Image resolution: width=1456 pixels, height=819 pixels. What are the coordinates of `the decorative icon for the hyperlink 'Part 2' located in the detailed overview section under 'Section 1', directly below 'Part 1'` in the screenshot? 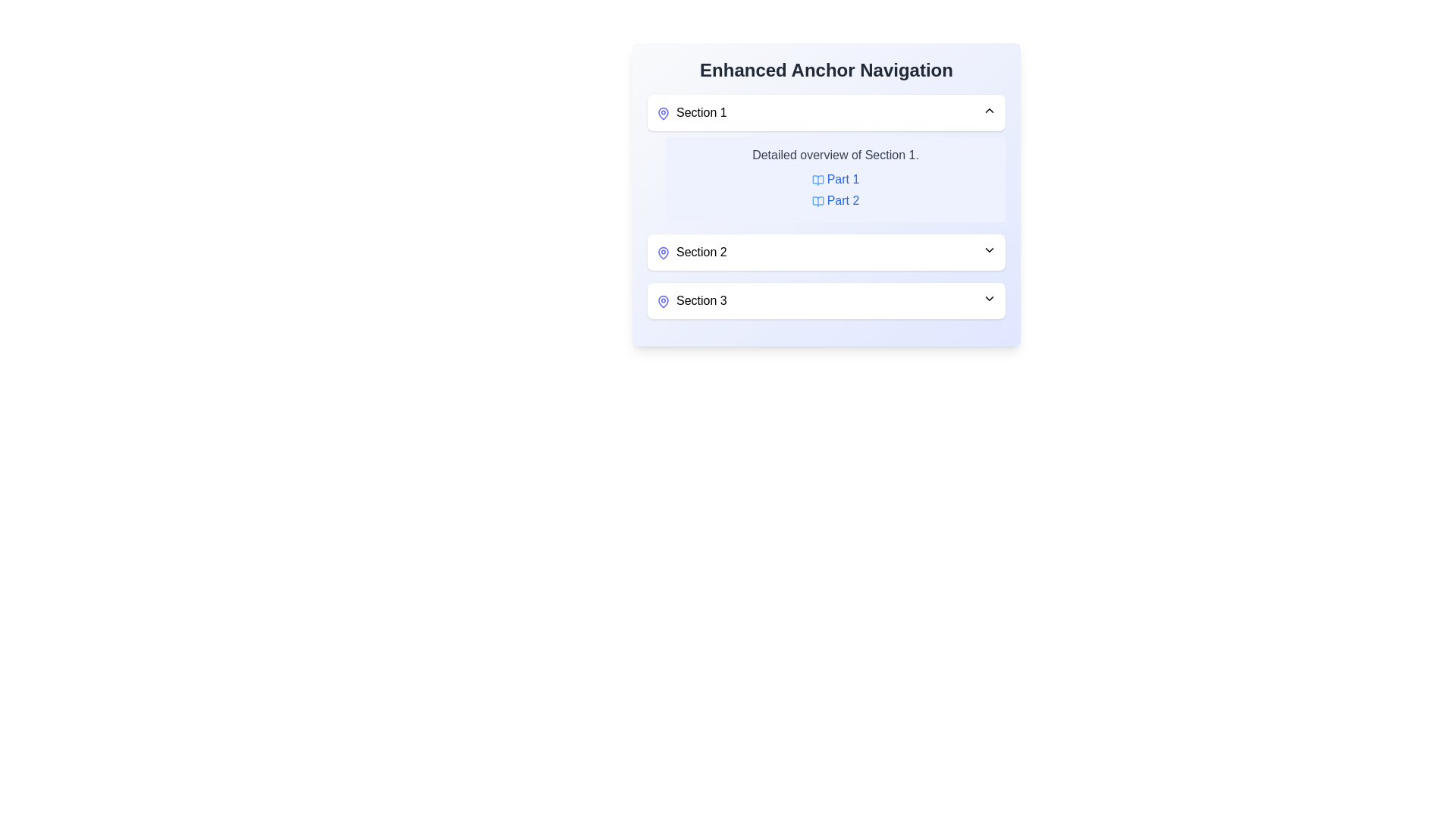 It's located at (817, 200).